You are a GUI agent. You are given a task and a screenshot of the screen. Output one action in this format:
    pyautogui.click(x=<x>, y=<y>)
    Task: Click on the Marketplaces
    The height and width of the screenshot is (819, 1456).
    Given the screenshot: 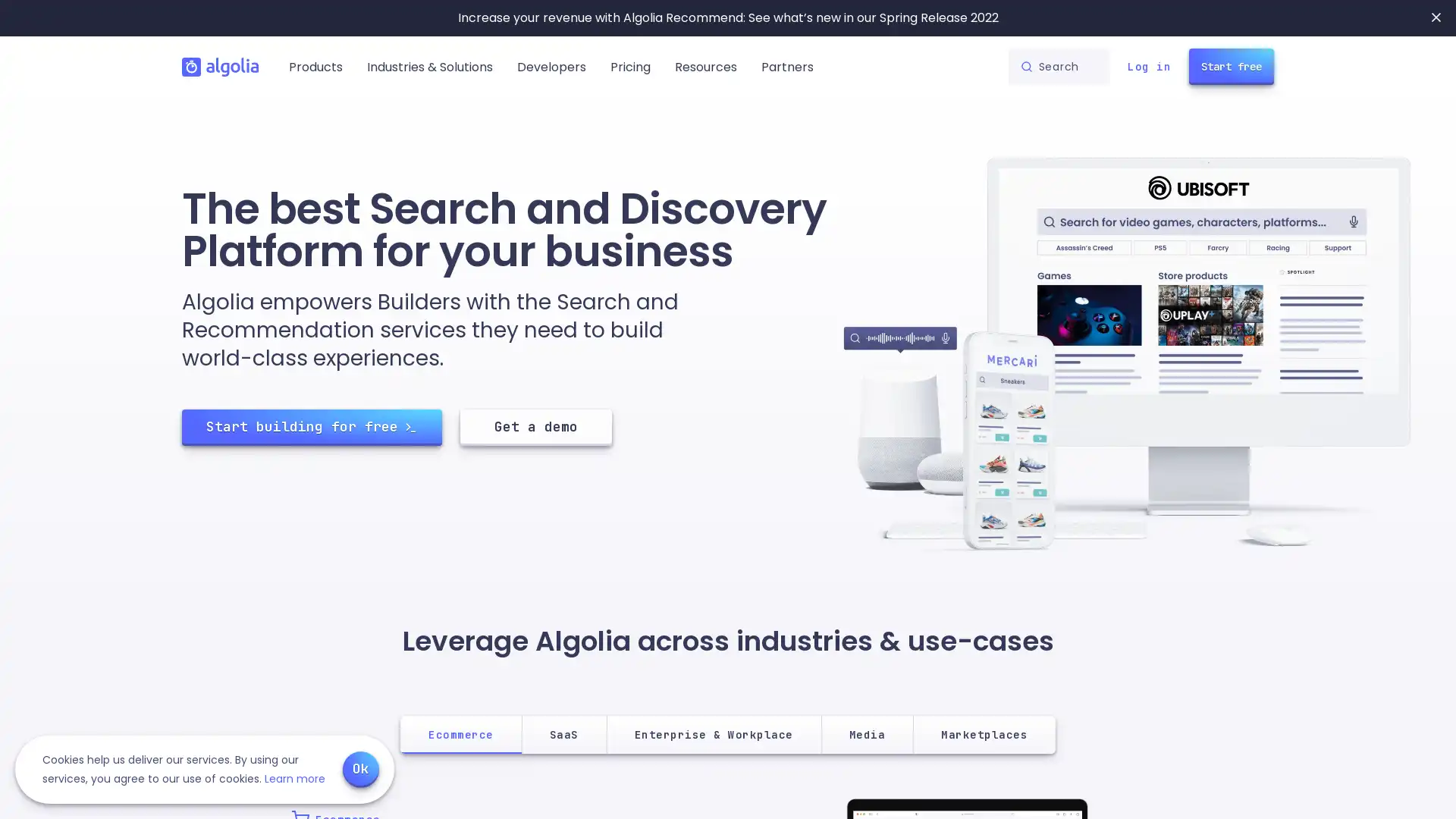 What is the action you would take?
    pyautogui.click(x=984, y=733)
    